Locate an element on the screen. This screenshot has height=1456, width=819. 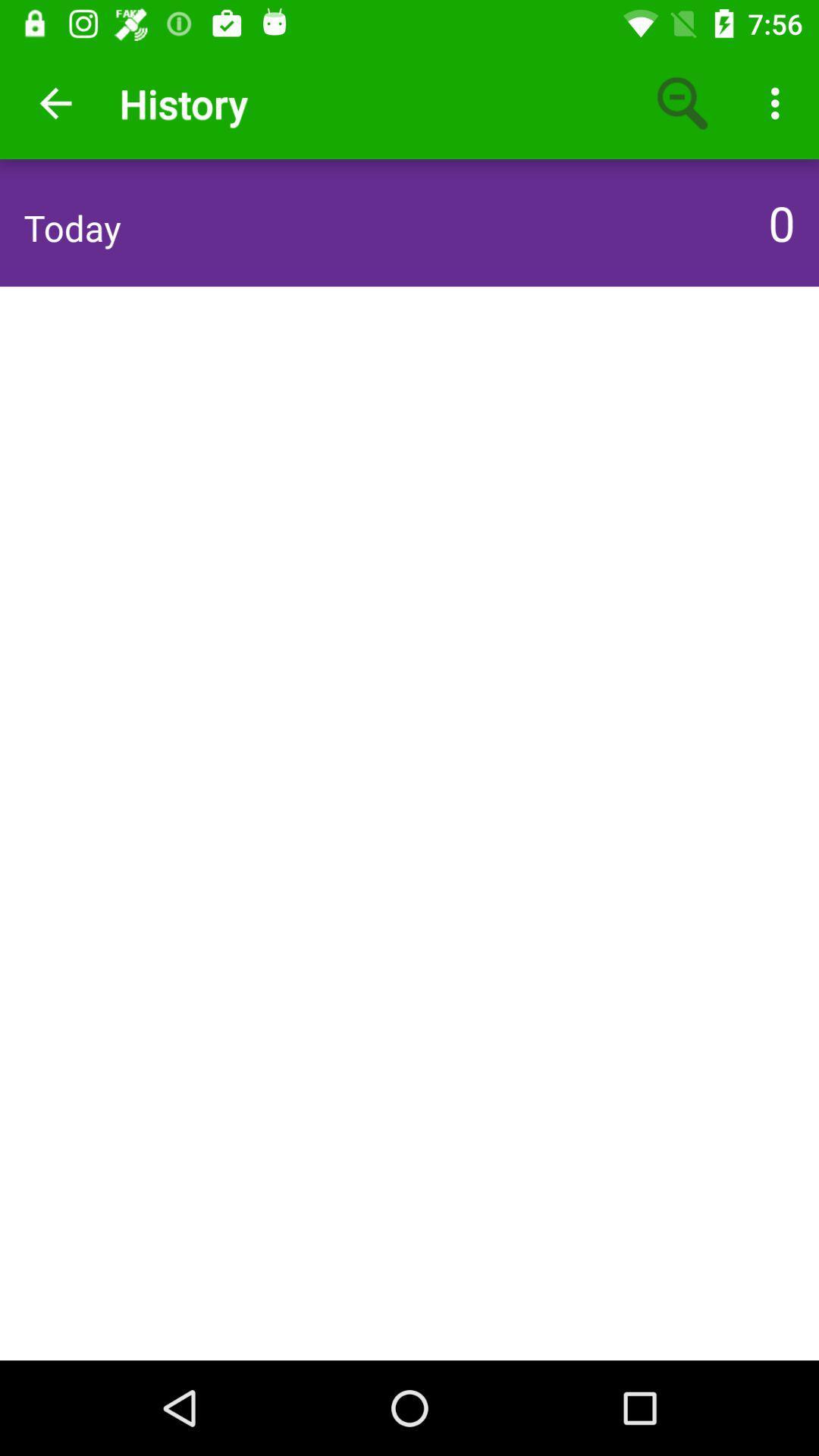
icon to the left of history app is located at coordinates (55, 102).